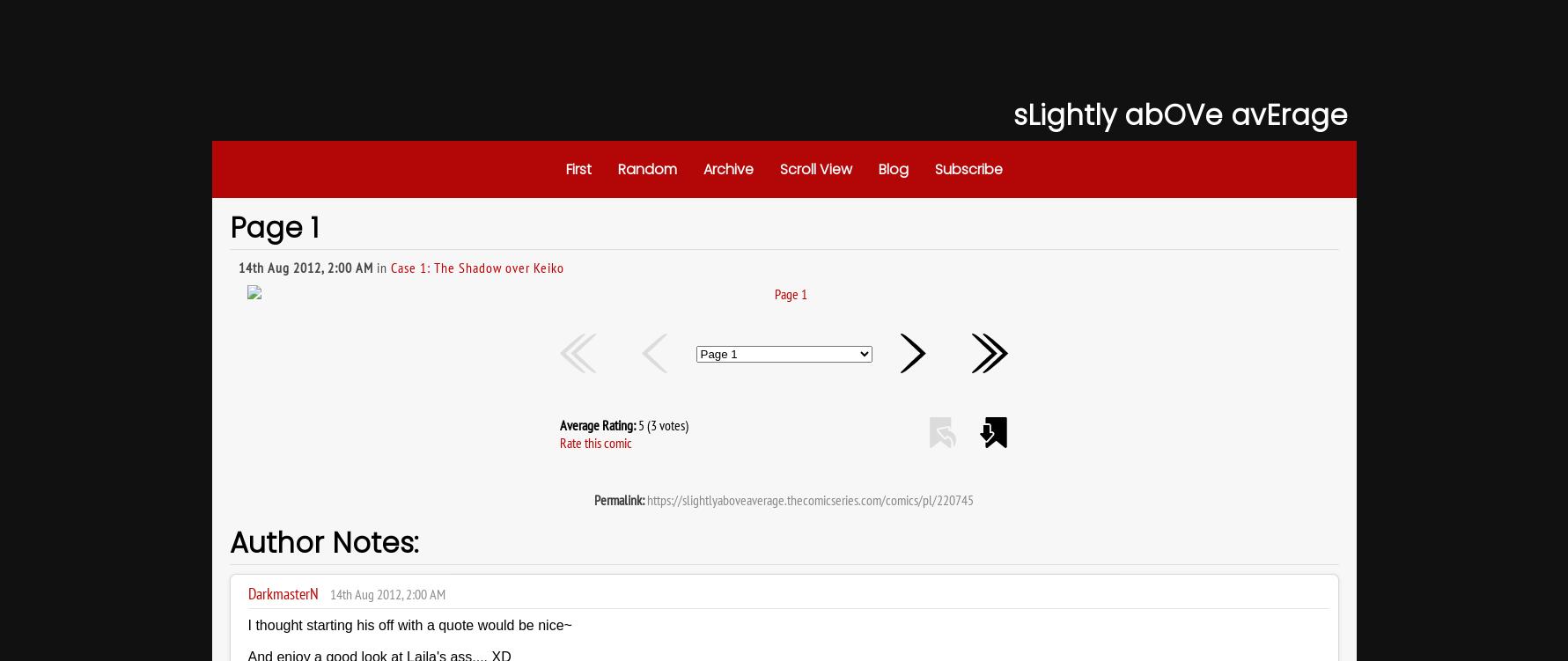 The width and height of the screenshot is (1568, 661). Describe the element at coordinates (595, 443) in the screenshot. I see `'Rate this comic'` at that location.